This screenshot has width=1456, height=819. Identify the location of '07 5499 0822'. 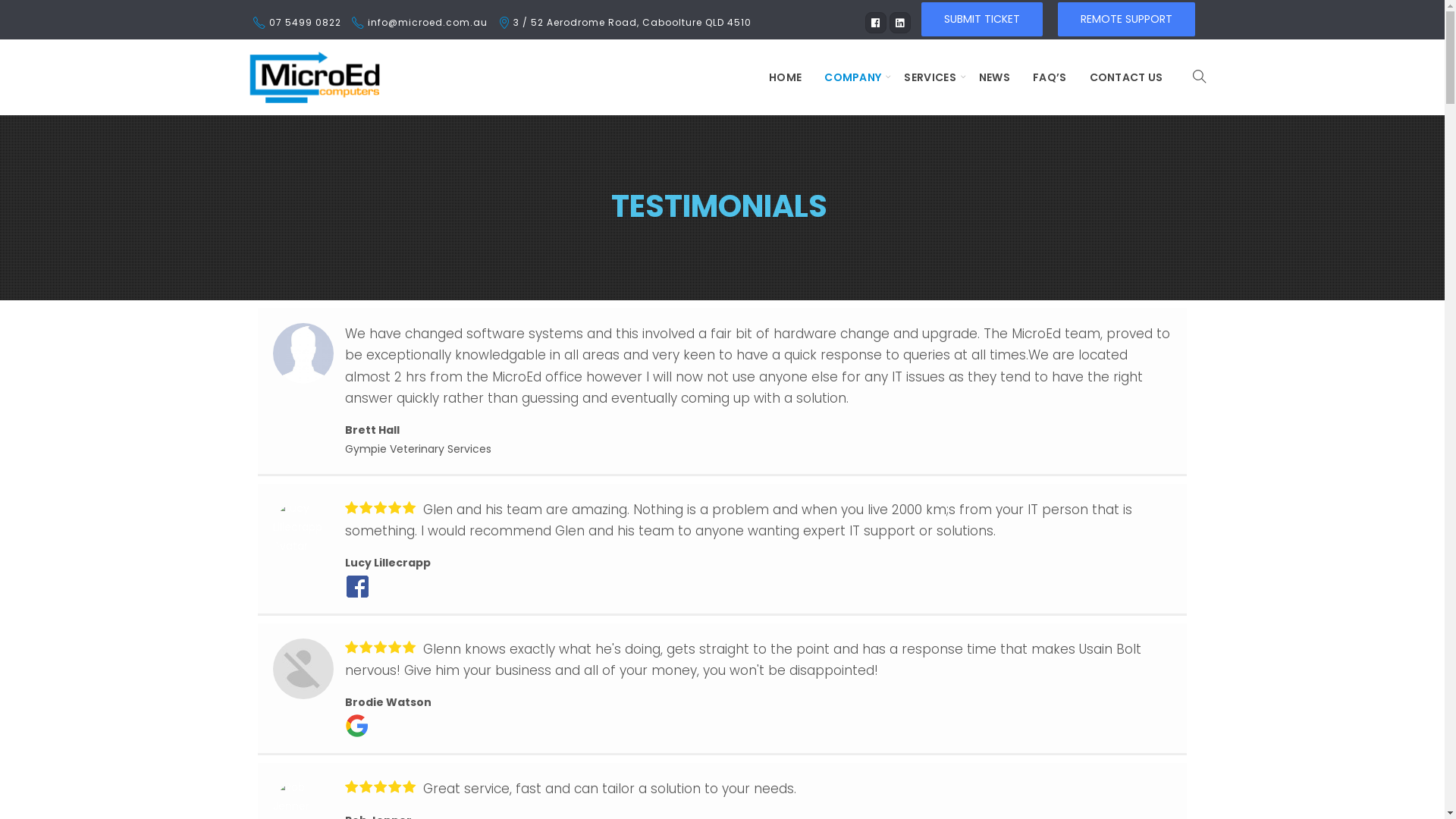
(268, 22).